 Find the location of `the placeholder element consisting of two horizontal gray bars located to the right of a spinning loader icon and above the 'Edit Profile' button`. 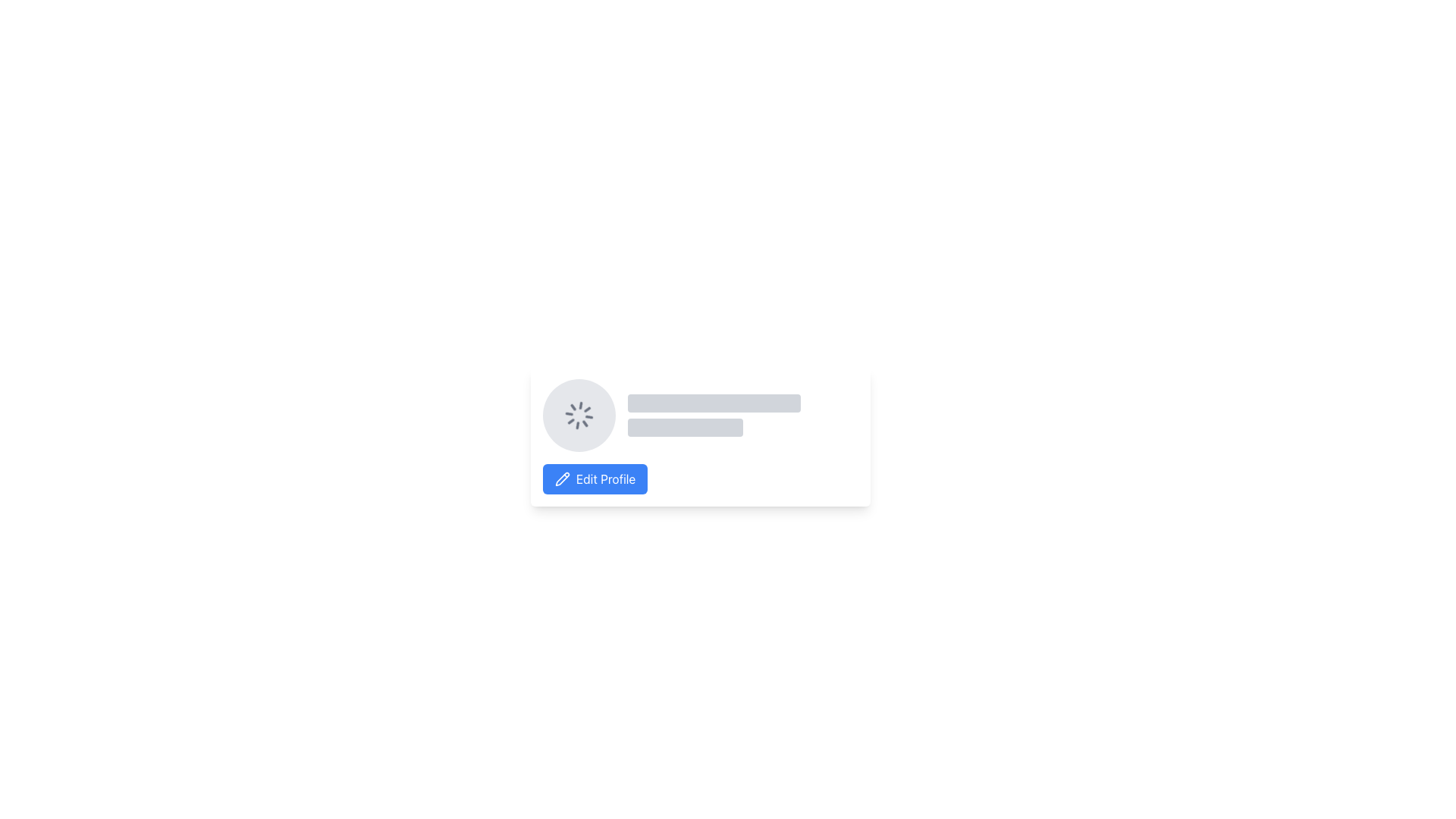

the placeholder element consisting of two horizontal gray bars located to the right of a spinning loader icon and above the 'Edit Profile' button is located at coordinates (742, 415).